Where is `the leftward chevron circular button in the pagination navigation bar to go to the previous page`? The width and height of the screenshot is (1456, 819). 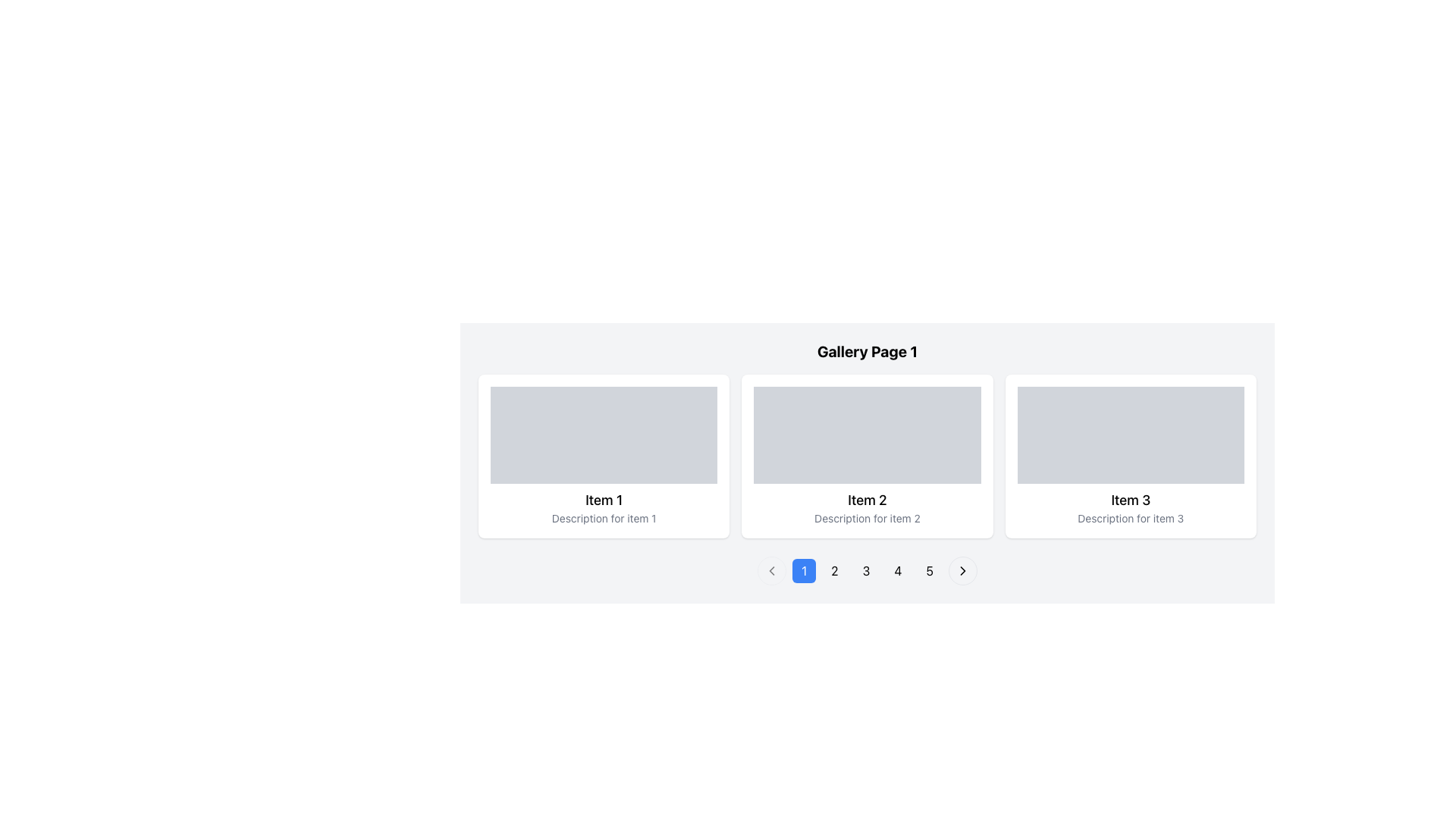 the leftward chevron circular button in the pagination navigation bar to go to the previous page is located at coordinates (772, 570).